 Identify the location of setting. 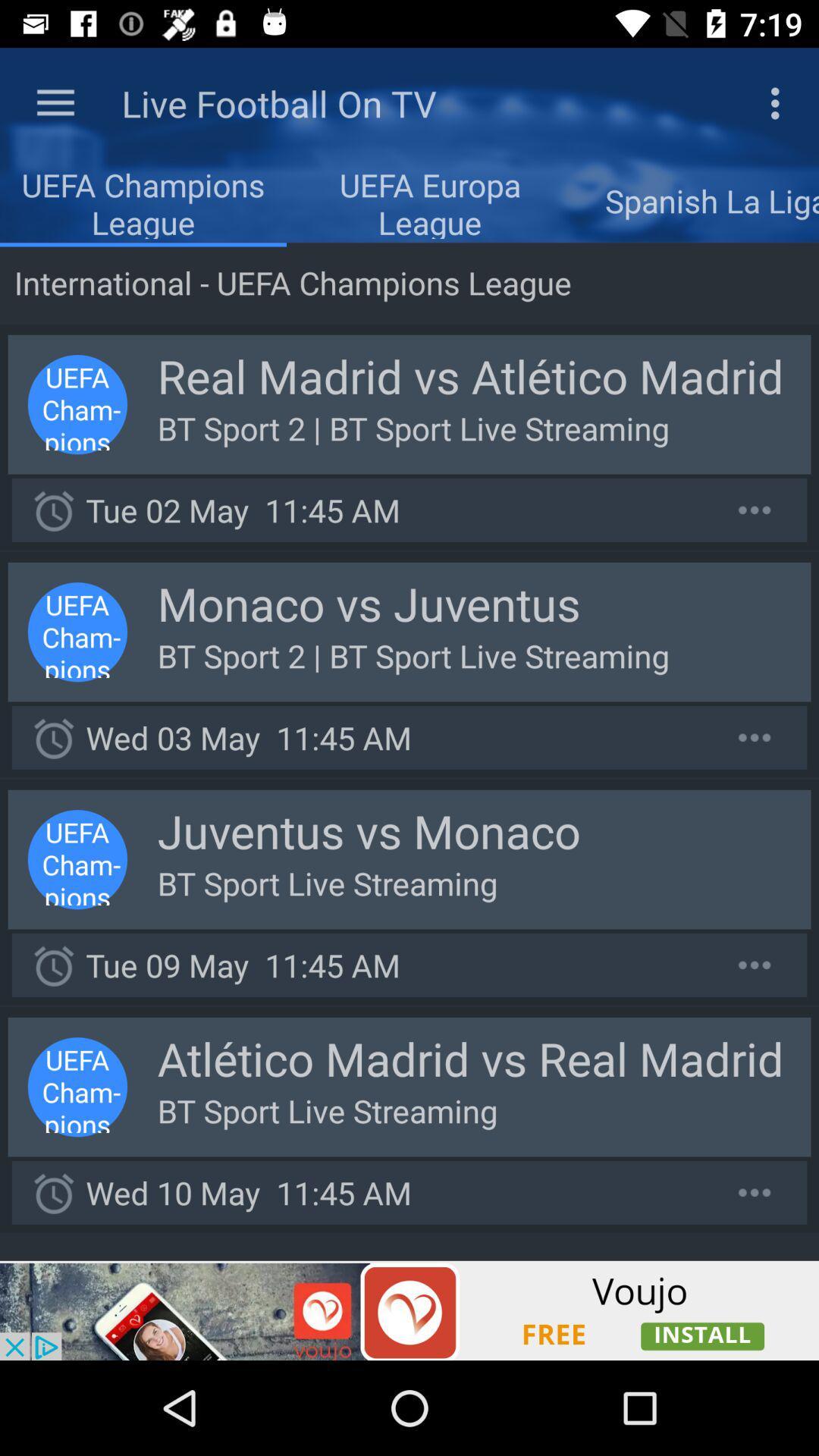
(755, 510).